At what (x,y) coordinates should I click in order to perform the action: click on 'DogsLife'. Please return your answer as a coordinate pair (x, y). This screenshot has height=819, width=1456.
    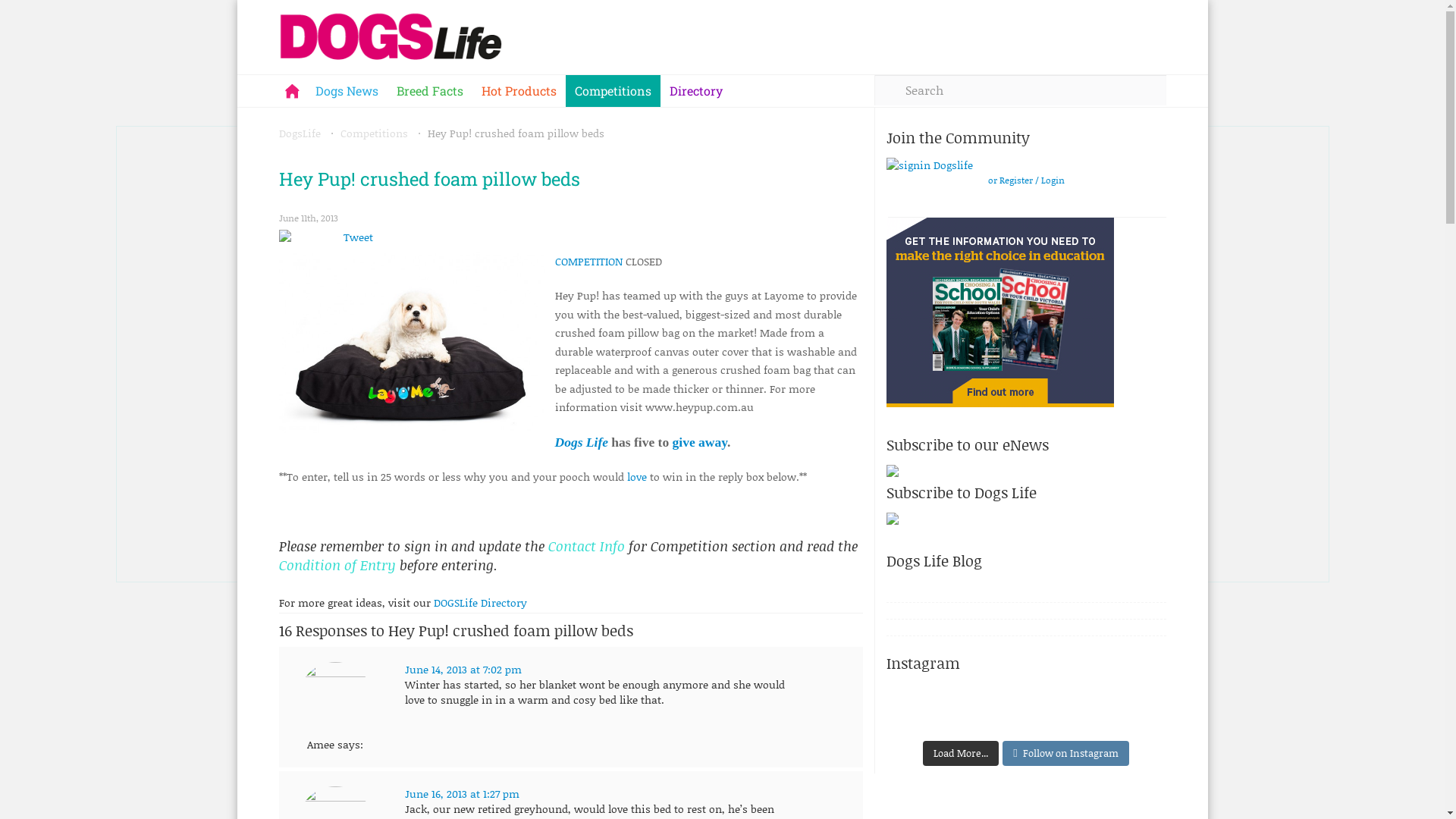
    Looking at the image, I should click on (300, 132).